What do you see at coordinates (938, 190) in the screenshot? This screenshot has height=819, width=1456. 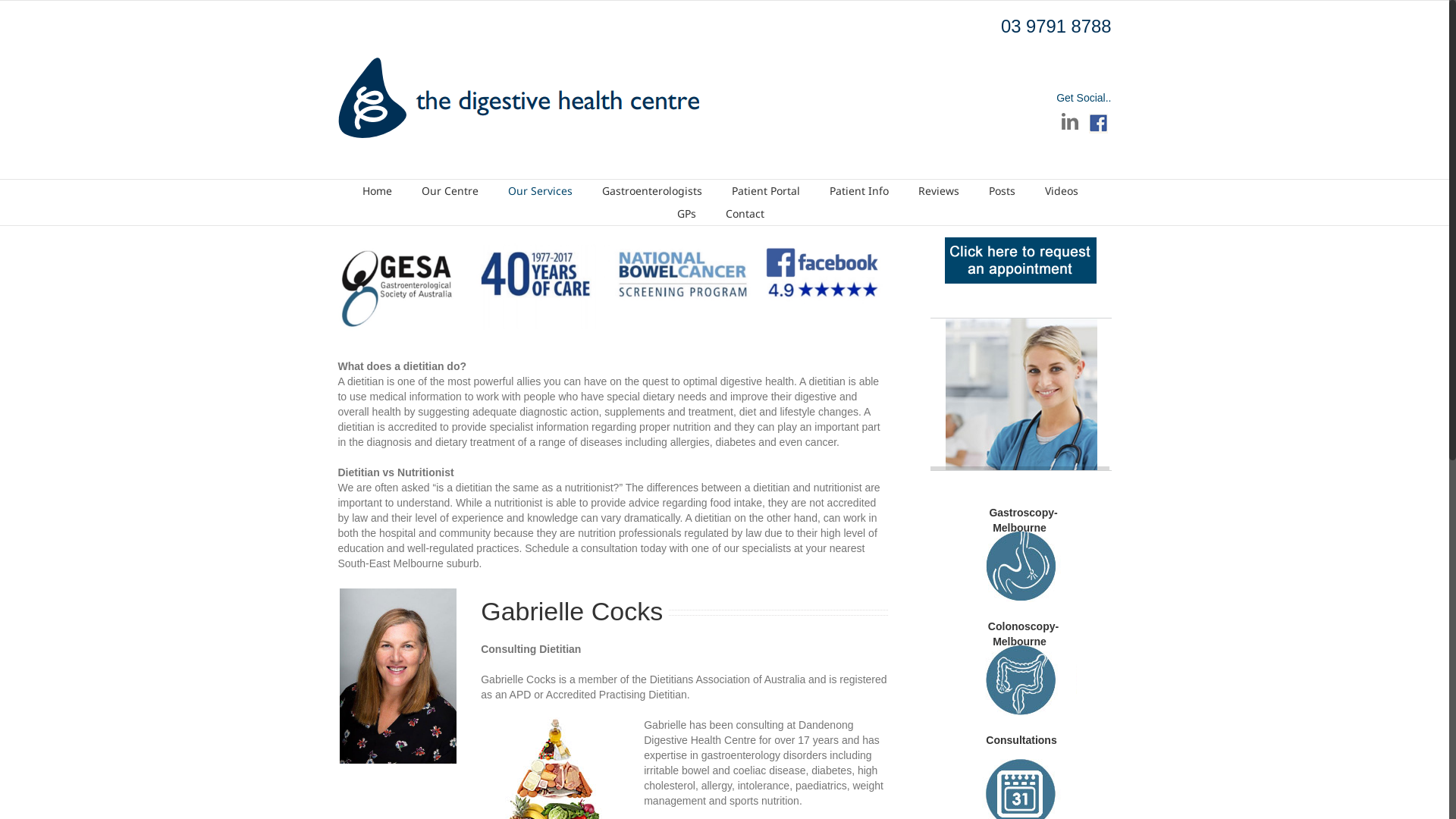 I see `'Reviews'` at bounding box center [938, 190].